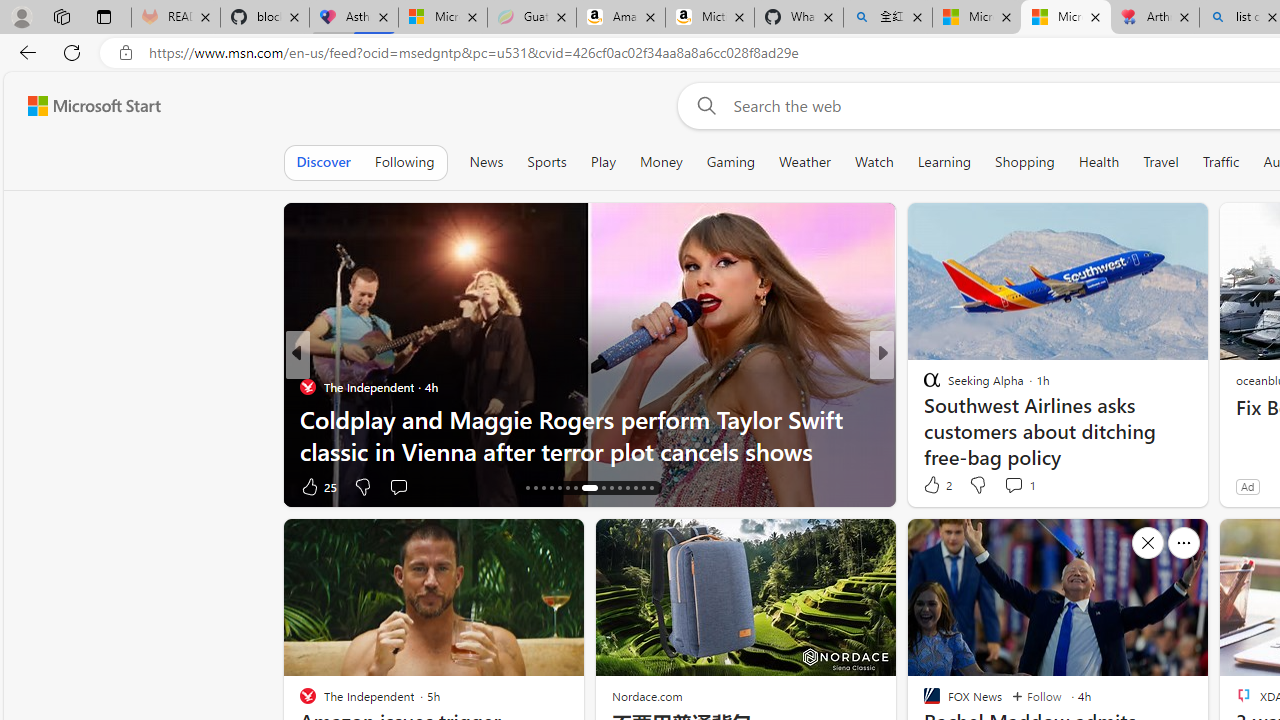  Describe the element at coordinates (86, 105) in the screenshot. I see `'Skip to content'` at that location.